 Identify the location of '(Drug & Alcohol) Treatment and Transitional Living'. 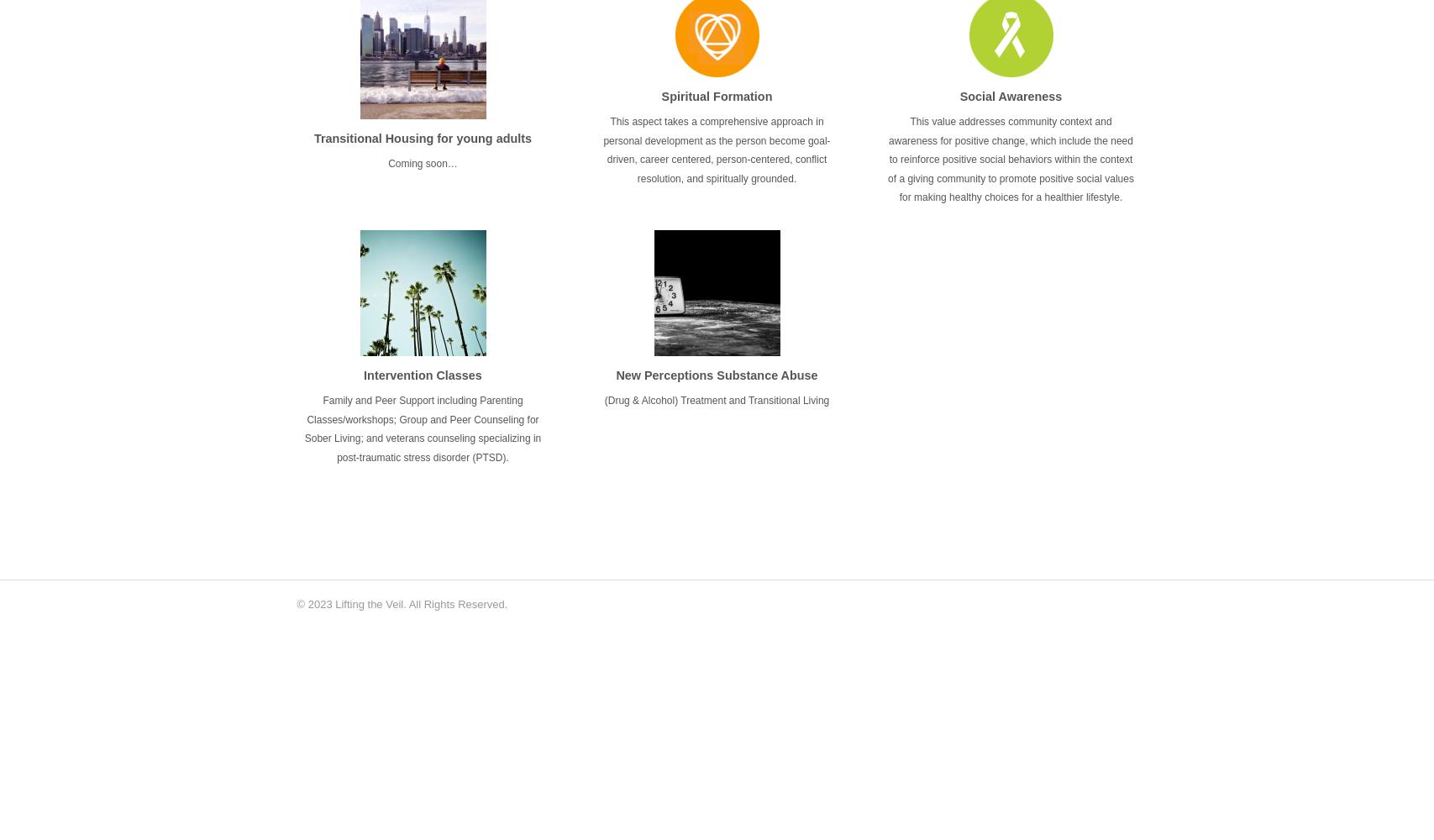
(603, 400).